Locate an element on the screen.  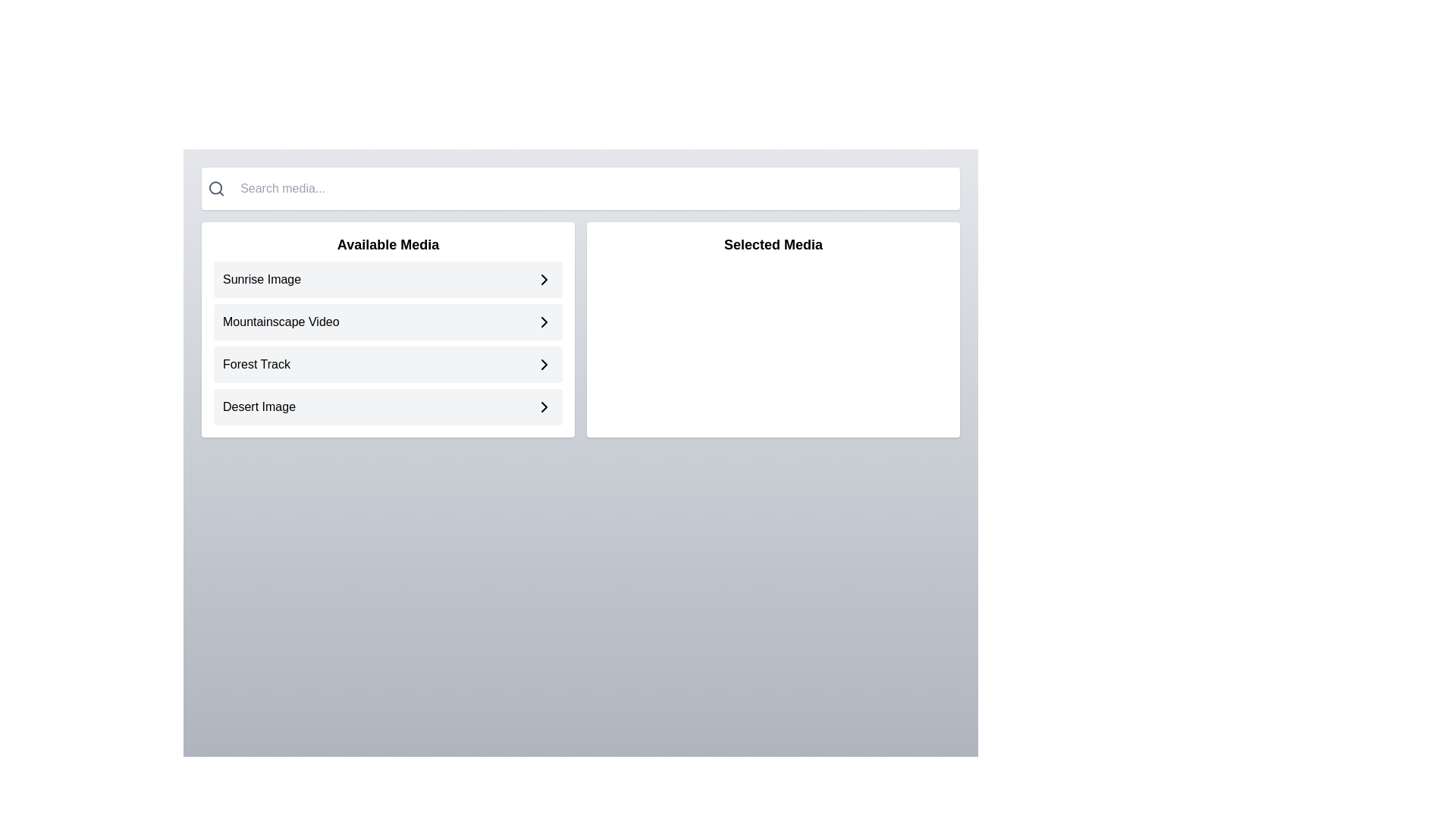
the selectable media option labeled 'Forest Track' is located at coordinates (388, 365).